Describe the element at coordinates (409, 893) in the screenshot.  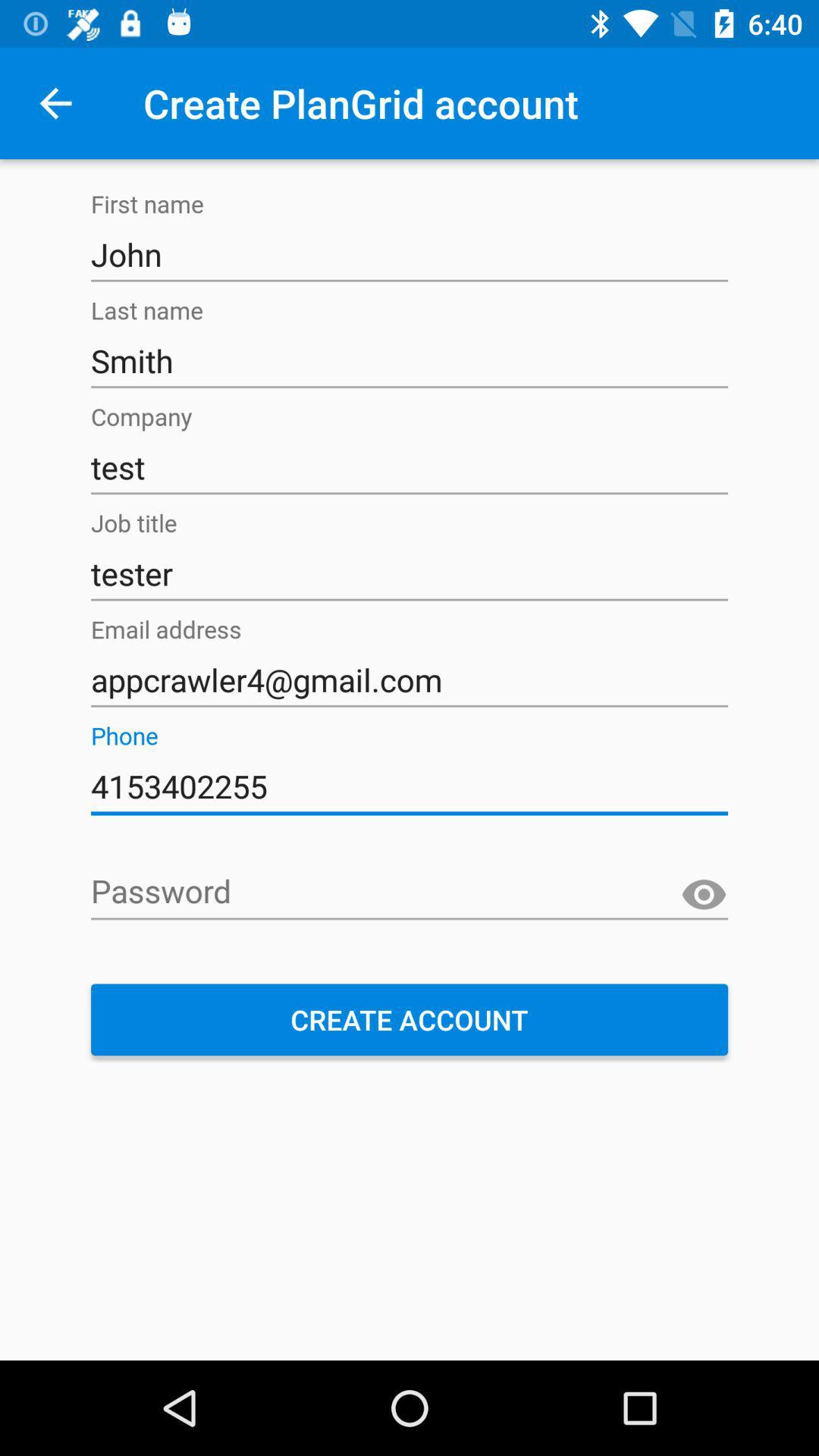
I see `your password for plangrid` at that location.